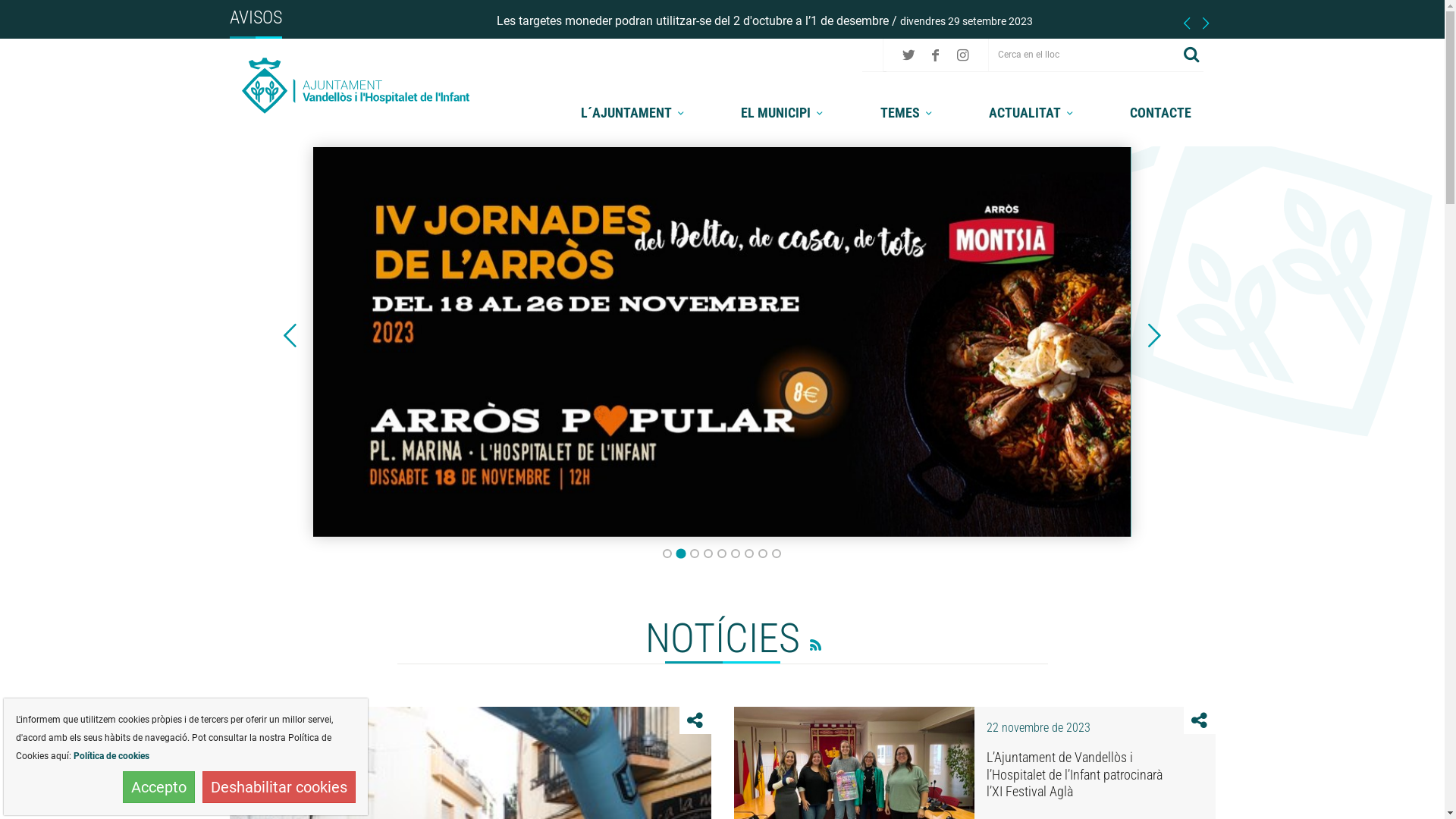 Image resolution: width=1456 pixels, height=819 pixels. What do you see at coordinates (1032, 111) in the screenshot?
I see `'ACTUALITAT'` at bounding box center [1032, 111].